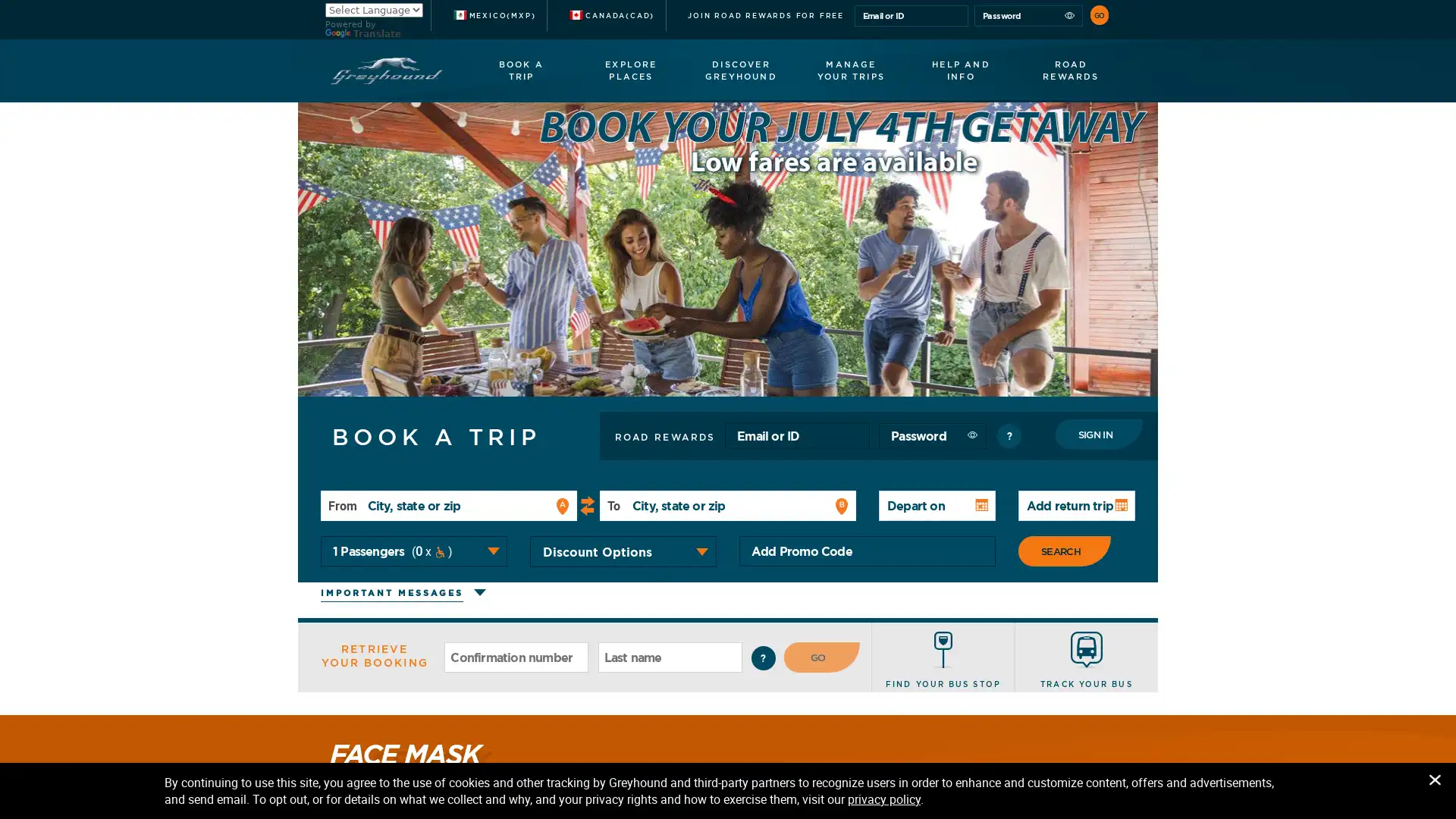 The width and height of the screenshot is (1456, 819). What do you see at coordinates (981, 505) in the screenshot?
I see `Open Calendar: to navigate the calendar, use the control key with the arrow keys` at bounding box center [981, 505].